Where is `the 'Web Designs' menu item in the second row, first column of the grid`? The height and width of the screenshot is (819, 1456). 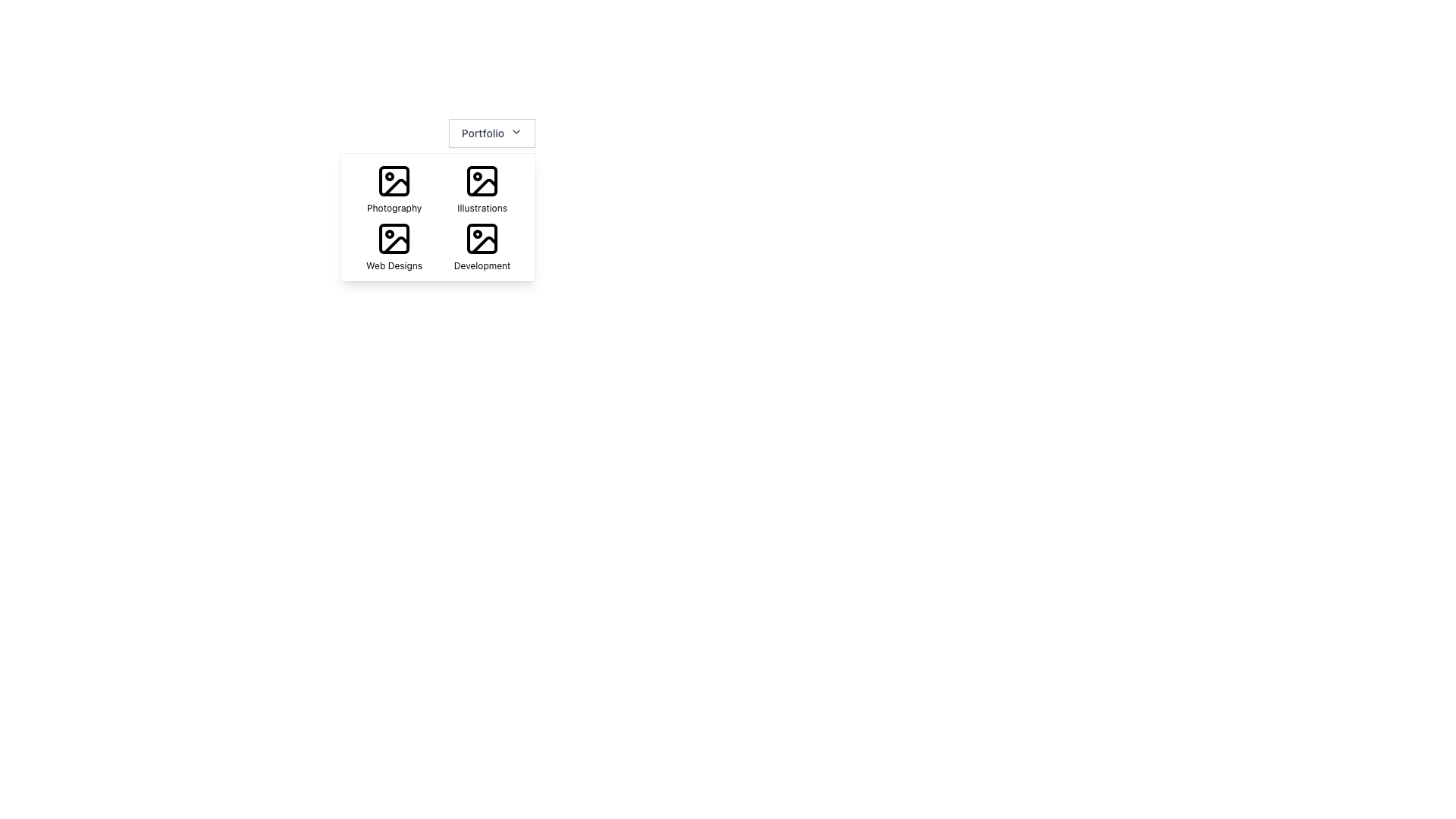 the 'Web Designs' menu item in the second row, first column of the grid is located at coordinates (394, 245).